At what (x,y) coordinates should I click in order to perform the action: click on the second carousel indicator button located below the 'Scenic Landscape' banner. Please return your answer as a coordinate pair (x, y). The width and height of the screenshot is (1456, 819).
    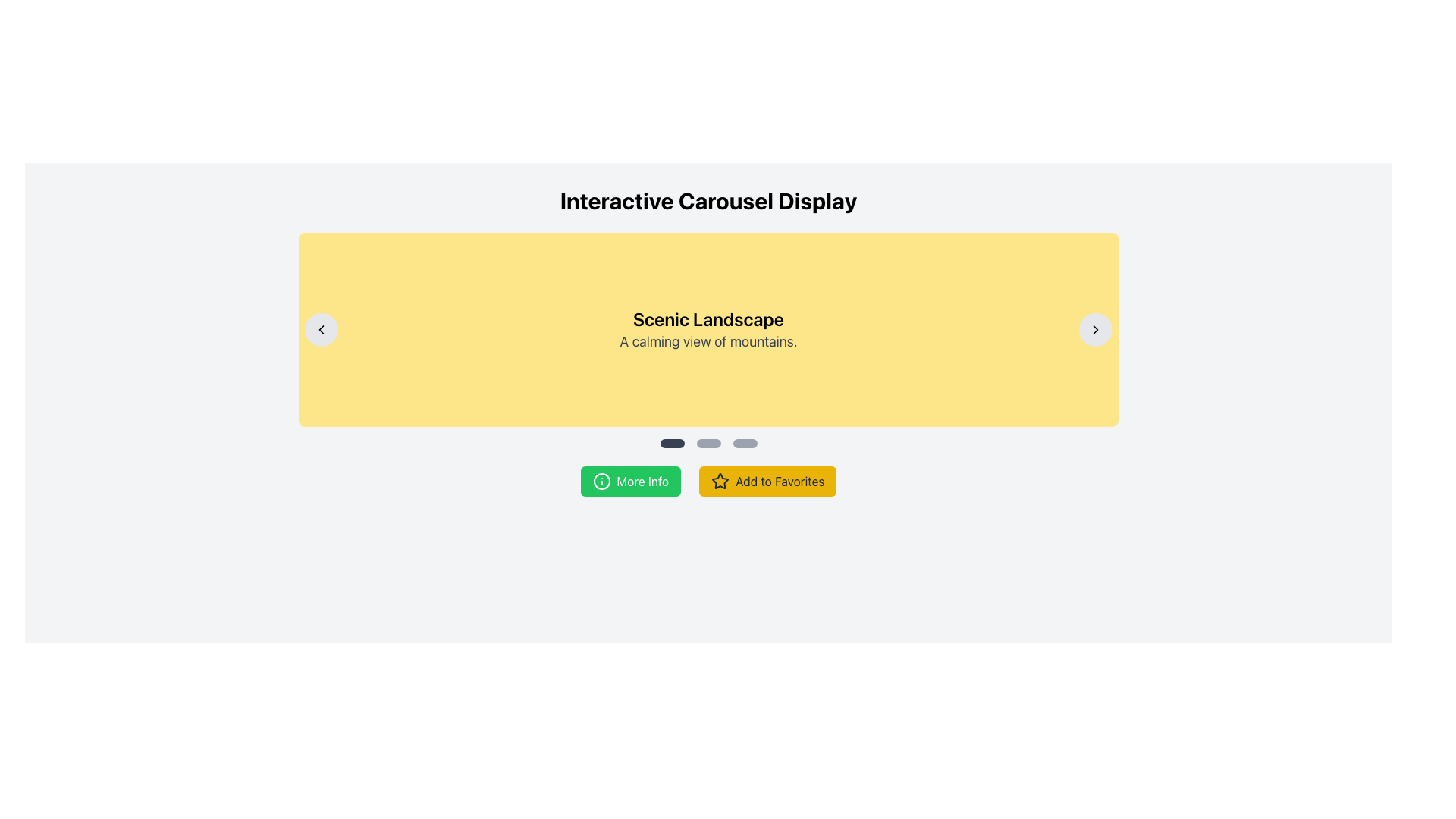
    Looking at the image, I should click on (708, 444).